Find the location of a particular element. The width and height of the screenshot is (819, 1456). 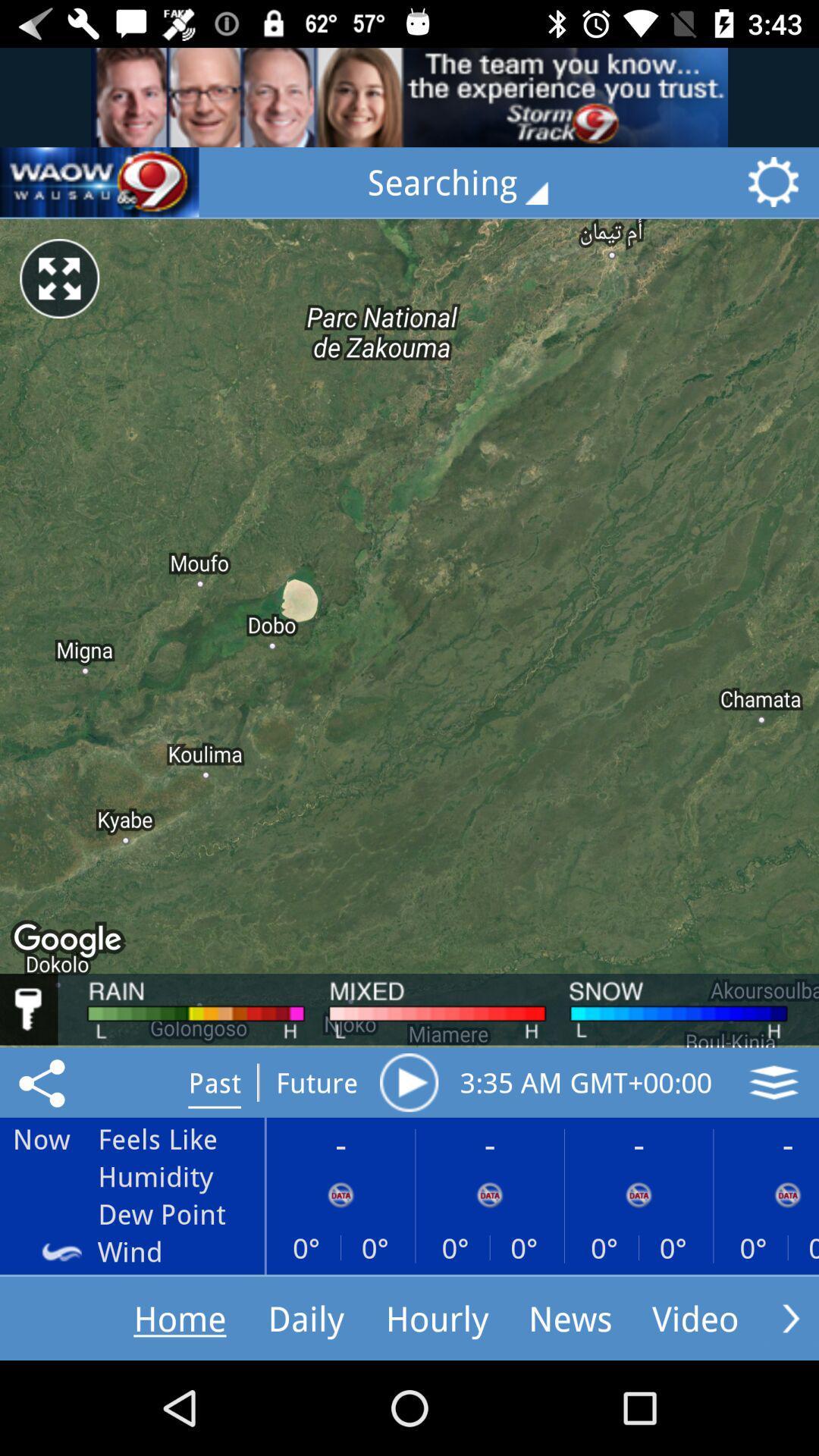

the layers icon is located at coordinates (773, 1081).